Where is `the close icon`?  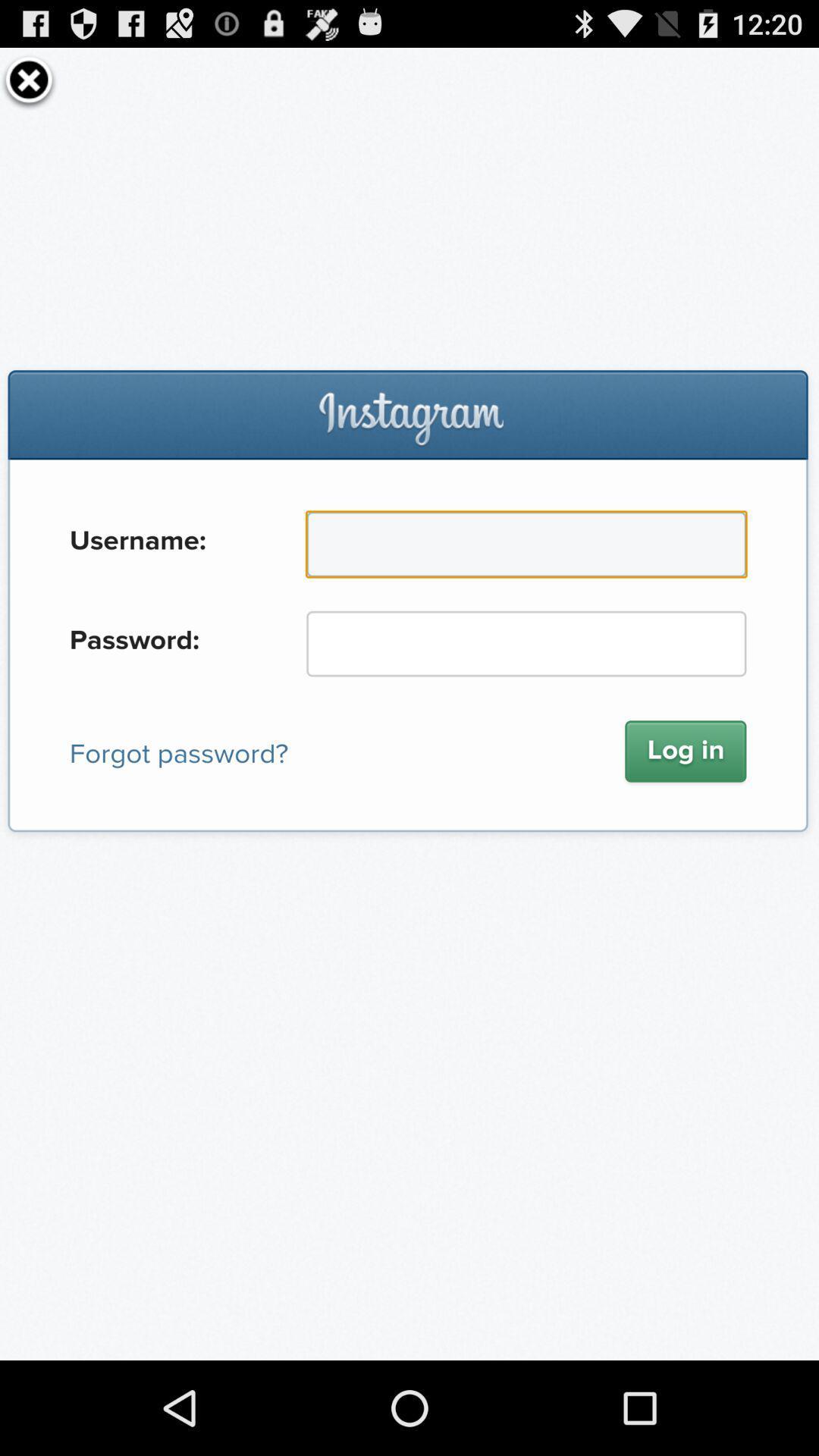 the close icon is located at coordinates (29, 84).